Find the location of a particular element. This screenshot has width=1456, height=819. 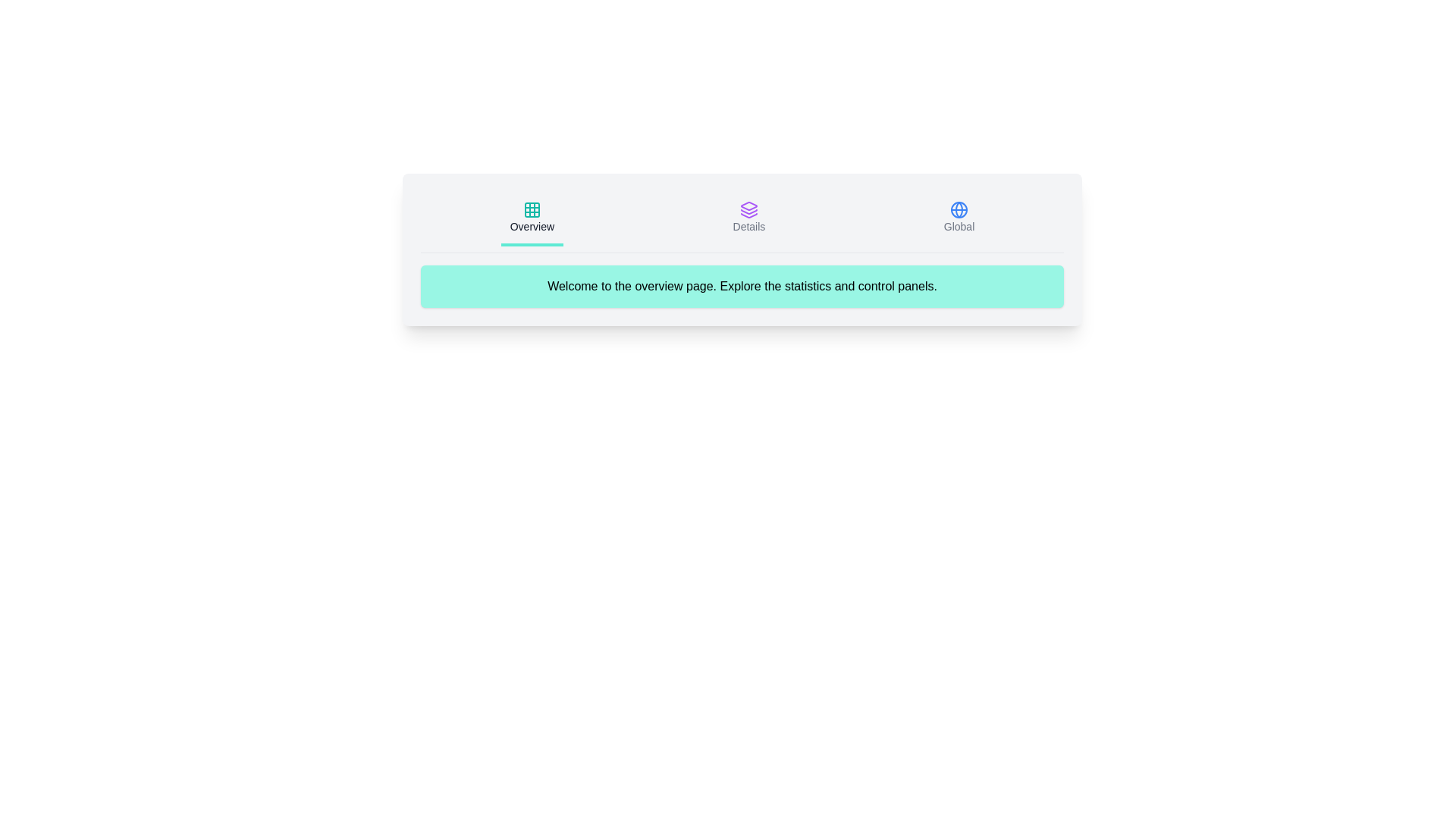

the icon corresponding to Global is located at coordinates (959, 219).